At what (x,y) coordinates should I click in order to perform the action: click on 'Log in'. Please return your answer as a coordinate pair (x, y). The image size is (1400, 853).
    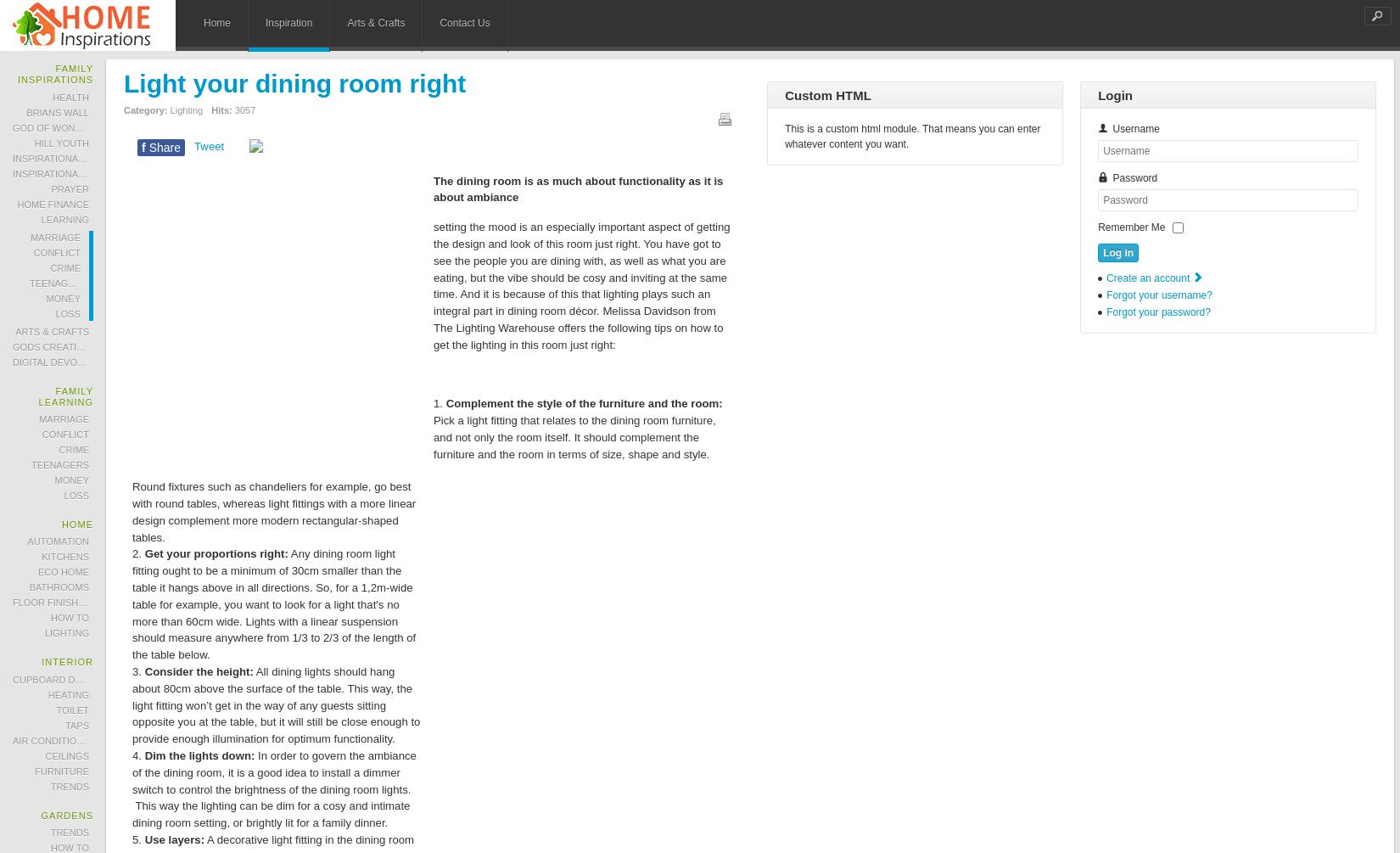
    Looking at the image, I should click on (1117, 251).